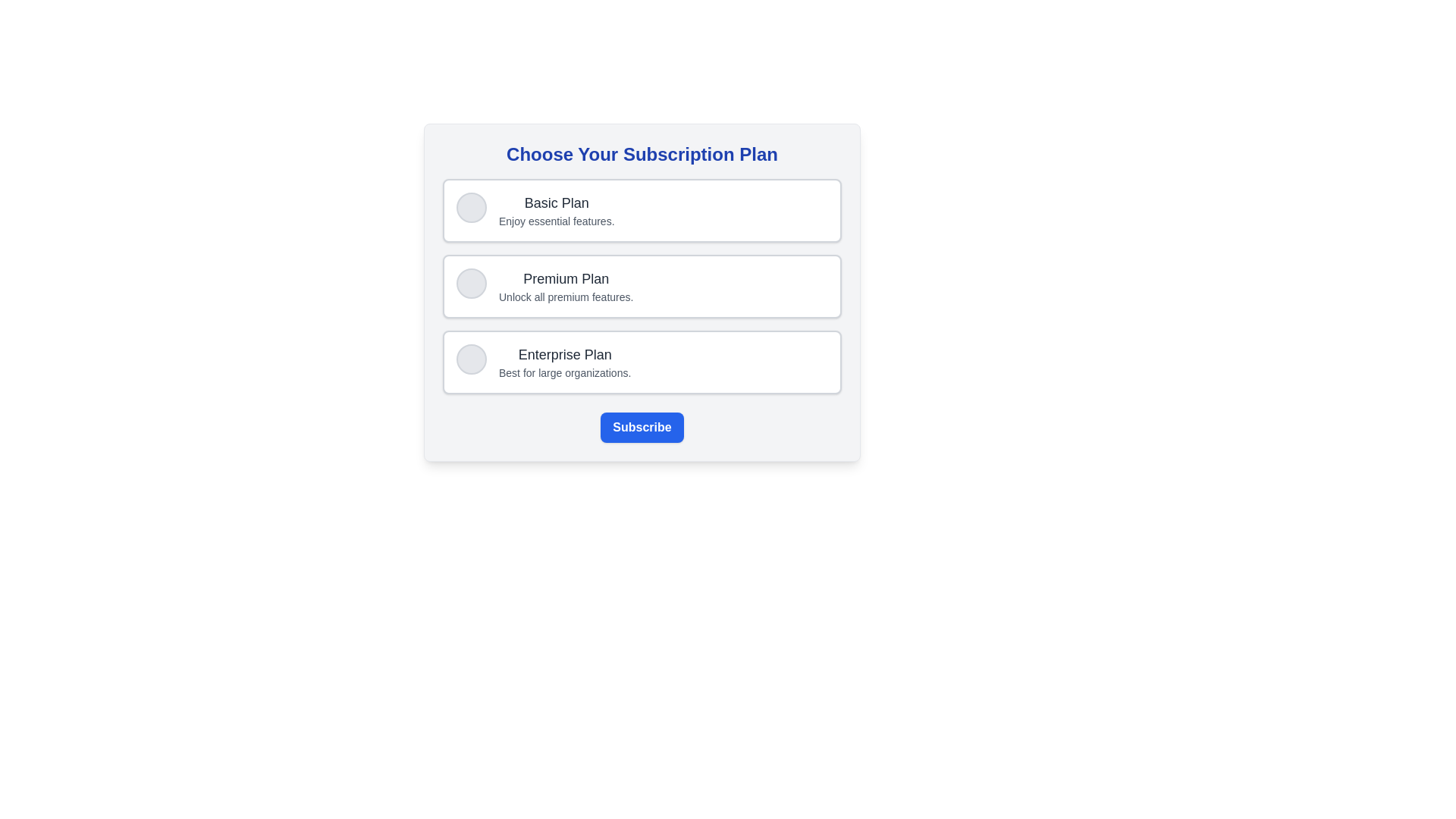 Image resolution: width=1456 pixels, height=819 pixels. Describe the element at coordinates (564, 362) in the screenshot. I see `information displayed in the 'Enterprise Plan' text block, which includes the main text 'Enterprise Plan' and the supporting text 'Best for large organizations.'` at that location.